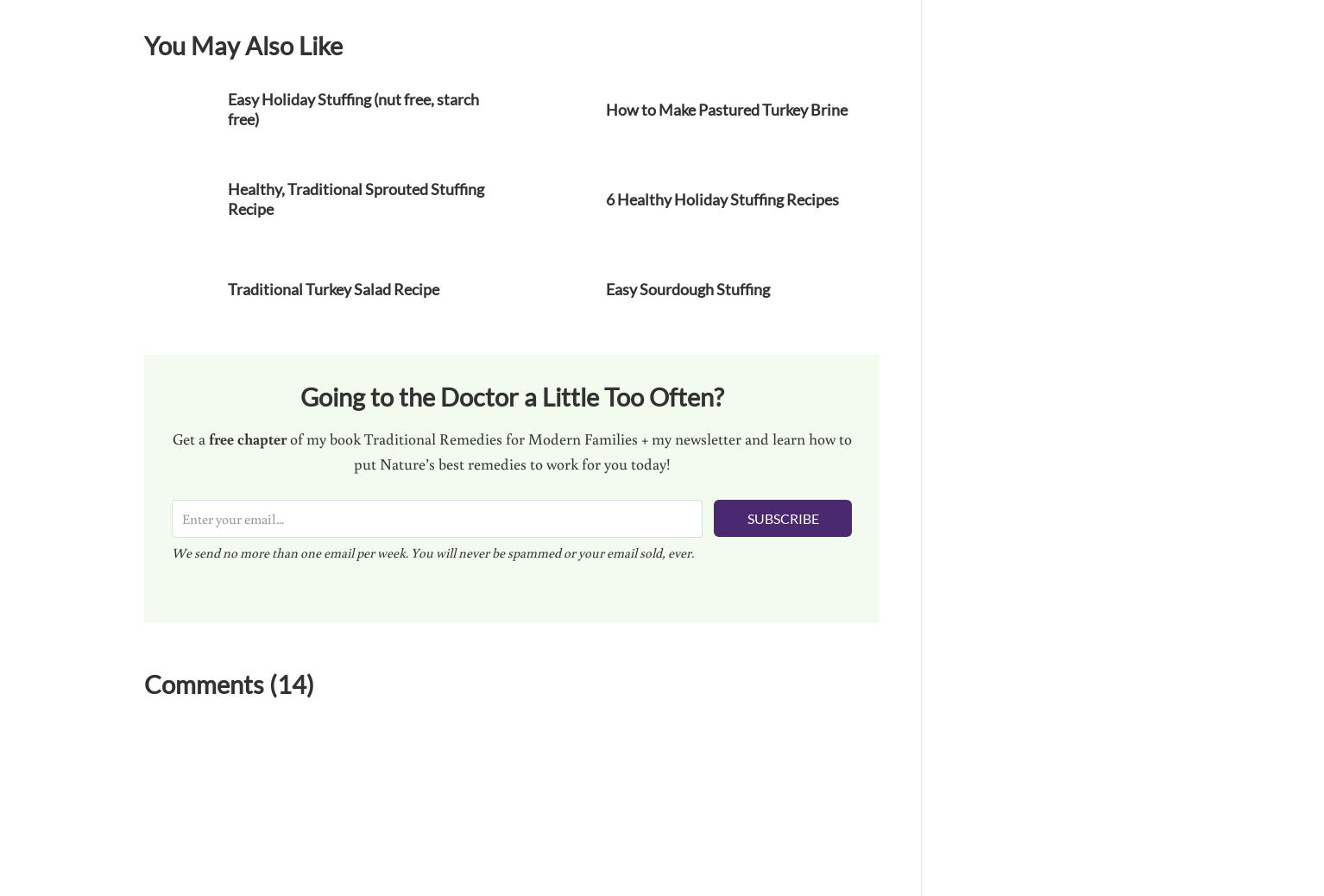 This screenshot has width=1324, height=896. What do you see at coordinates (246, 437) in the screenshot?
I see `'free chapter'` at bounding box center [246, 437].